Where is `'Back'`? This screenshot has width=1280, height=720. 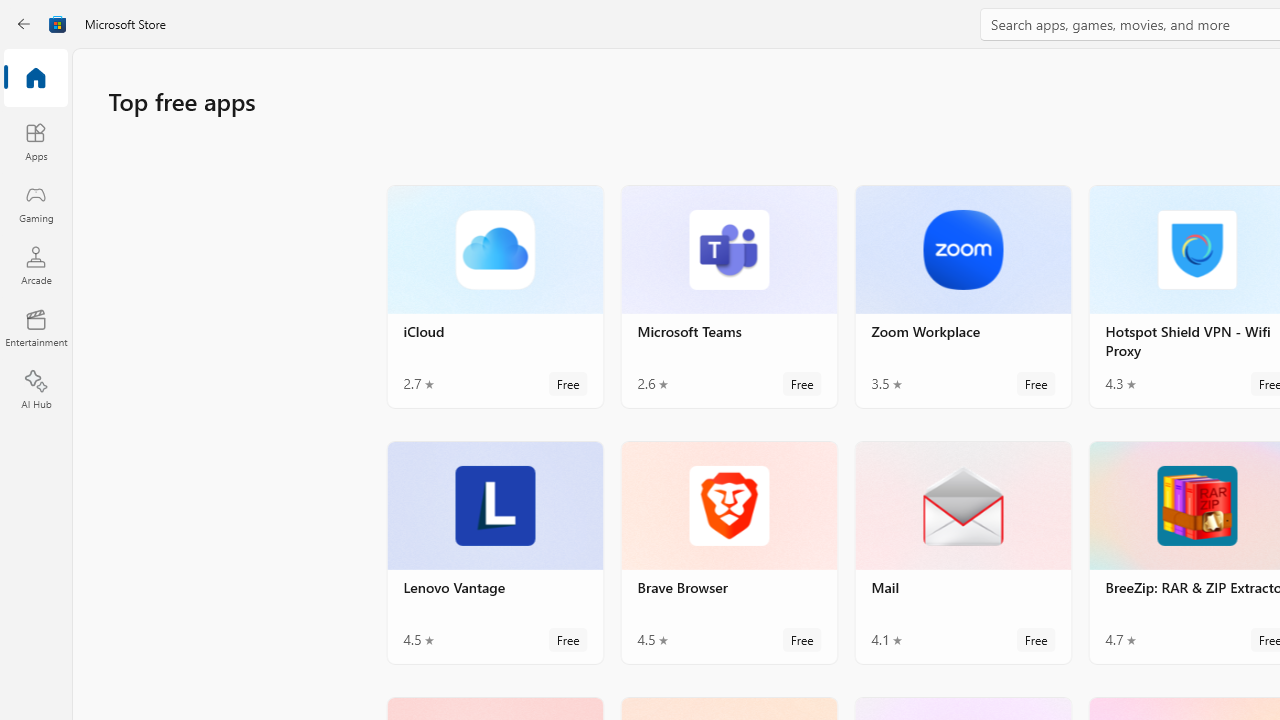
'Back' is located at coordinates (24, 24).